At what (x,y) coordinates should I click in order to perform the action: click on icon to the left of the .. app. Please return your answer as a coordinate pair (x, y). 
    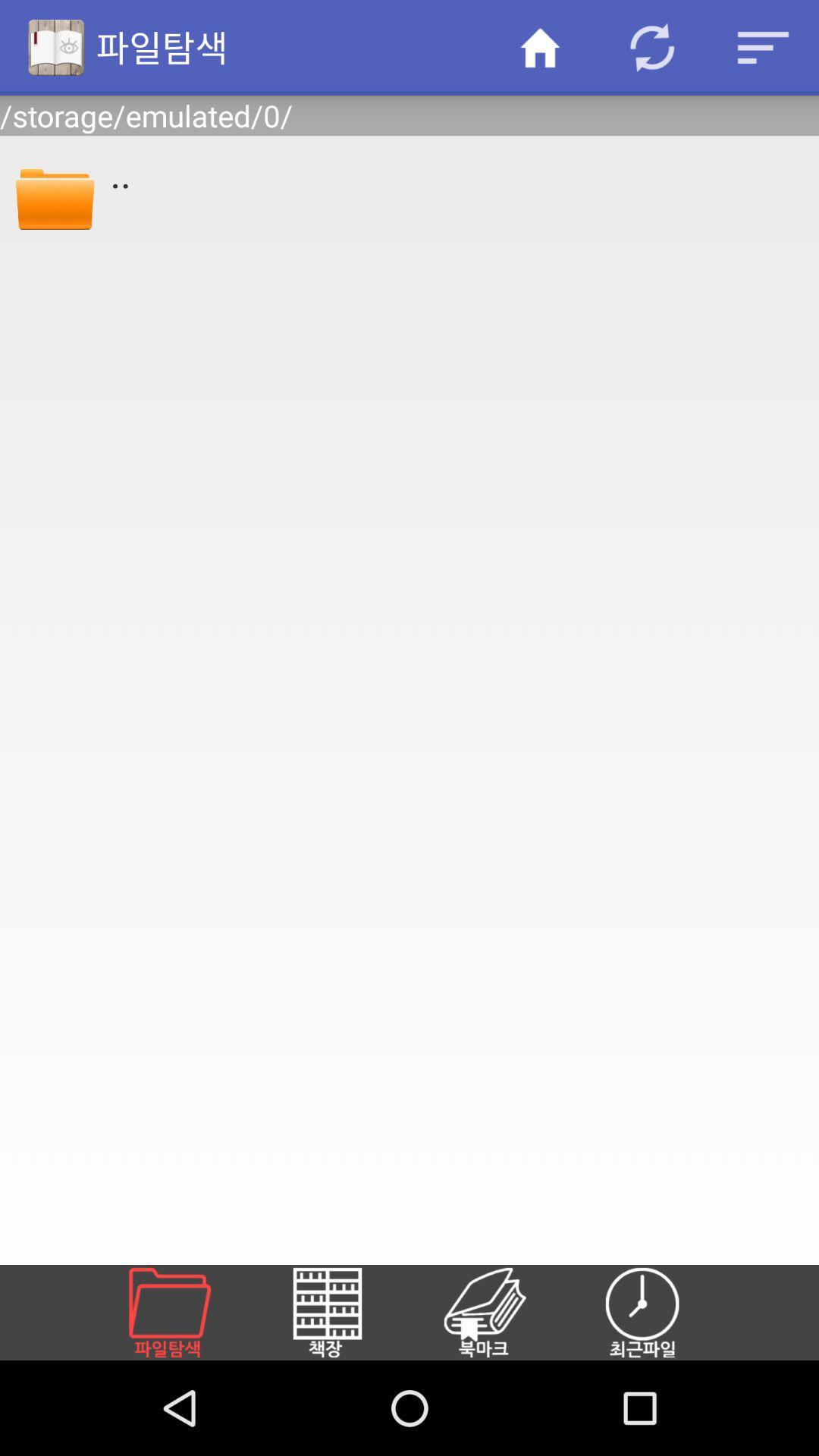
    Looking at the image, I should click on (54, 195).